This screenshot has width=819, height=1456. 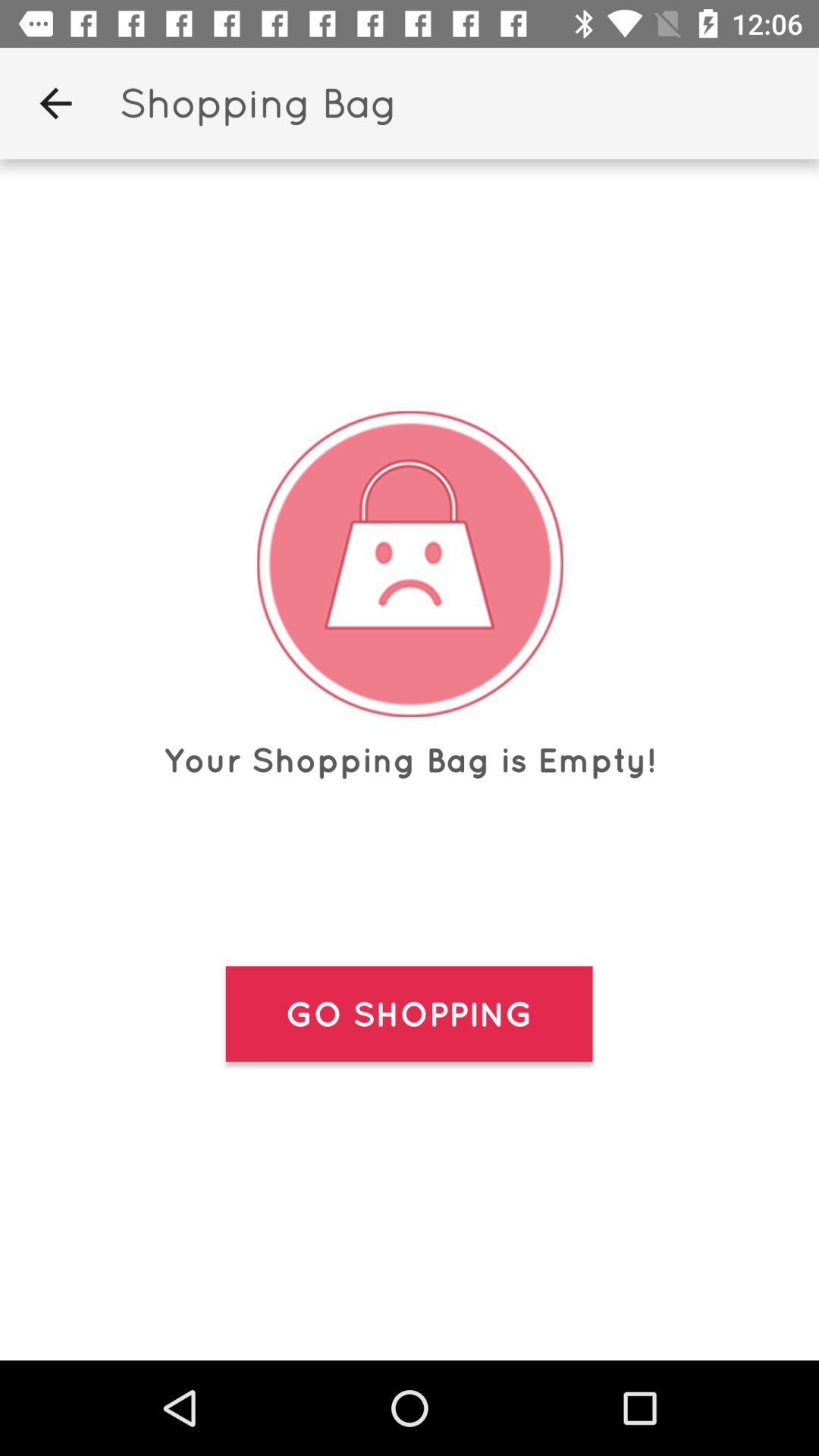 What do you see at coordinates (55, 102) in the screenshot?
I see `the item to the left of the shopping bag icon` at bounding box center [55, 102].